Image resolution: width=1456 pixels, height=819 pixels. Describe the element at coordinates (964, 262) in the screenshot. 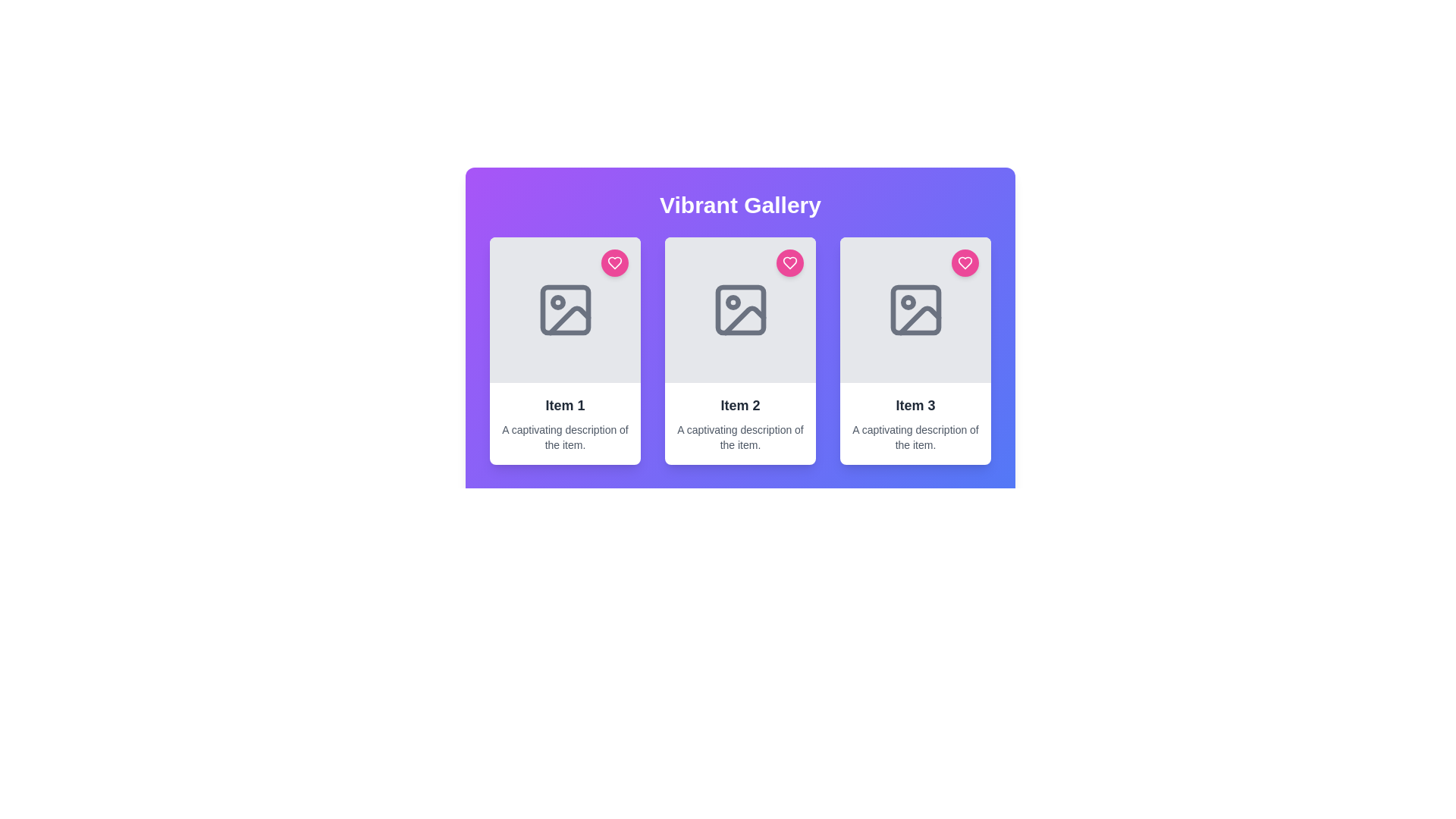

I see `the circular interactive button with a white heart icon located in the top-right corner of the 'Item 3' card for keyboard navigation` at that location.